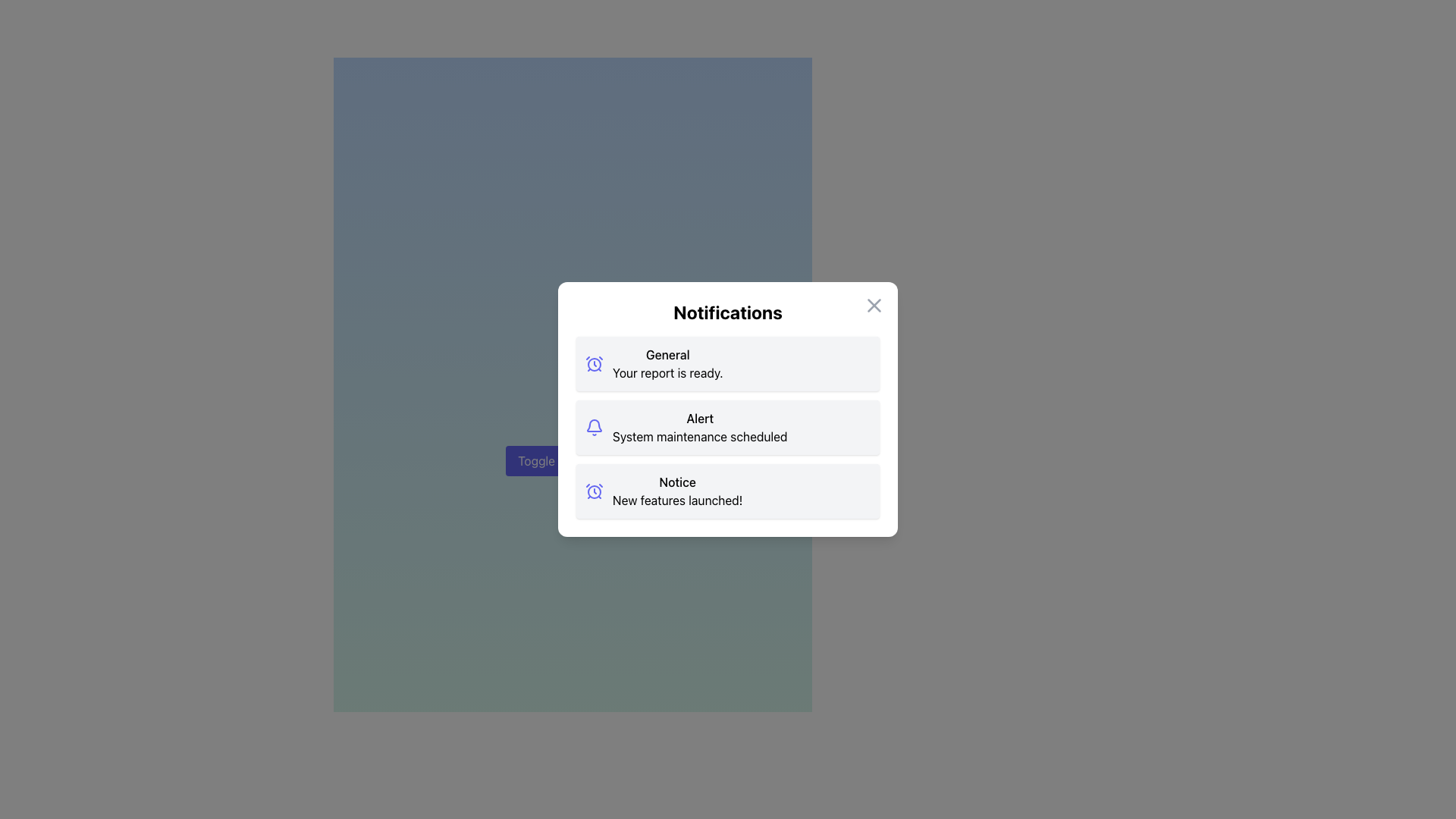 The image size is (1456, 819). I want to click on the decorative circle SVG element that represents the clock face within the clock icon in the last notification entry labeled 'Notice' at the bottom of the notifications list, so click(593, 491).